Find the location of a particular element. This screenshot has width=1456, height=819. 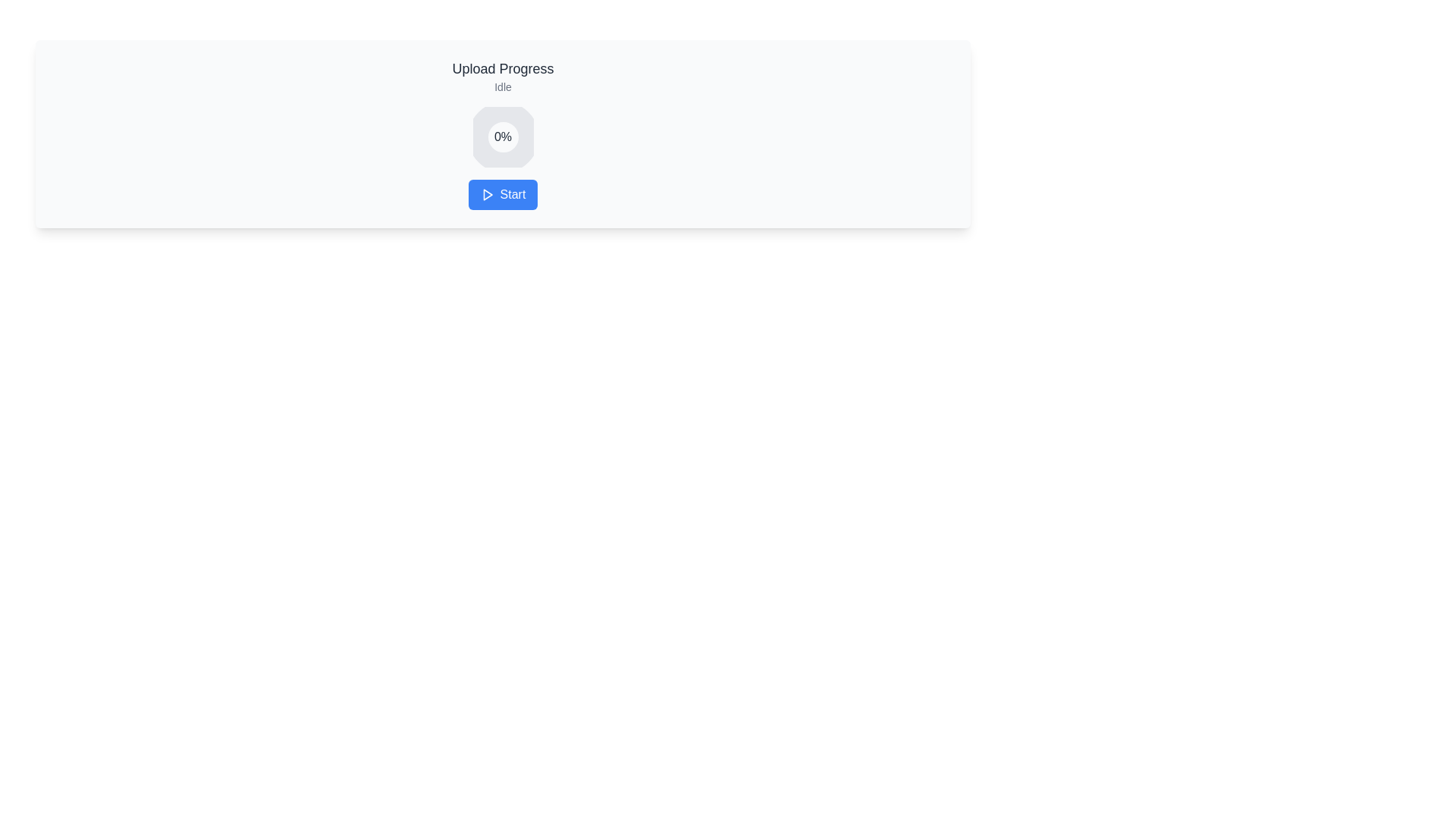

the circular progress indicator displaying '0%' text, which is located below the 'Idle' text and above the 'Start' button is located at coordinates (503, 137).